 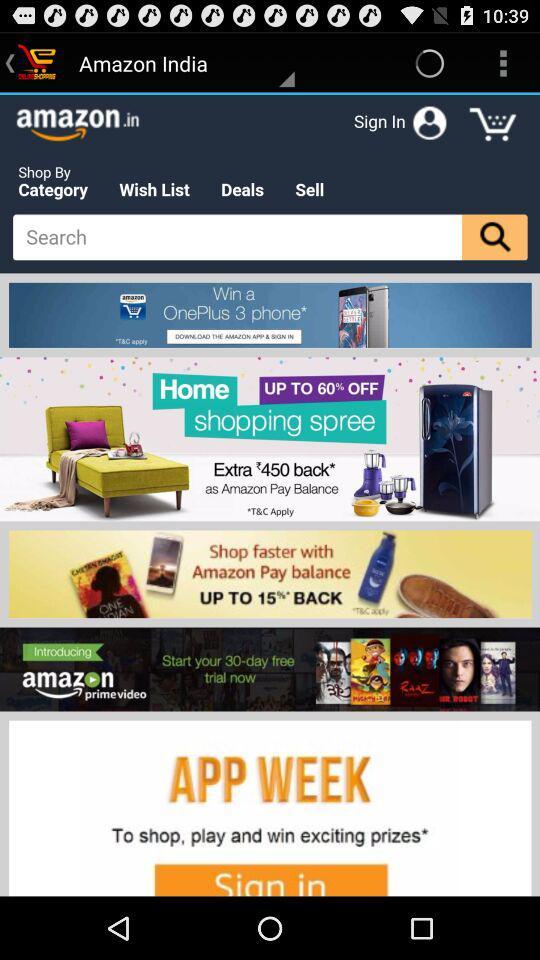 I want to click on advertisement link, so click(x=270, y=494).